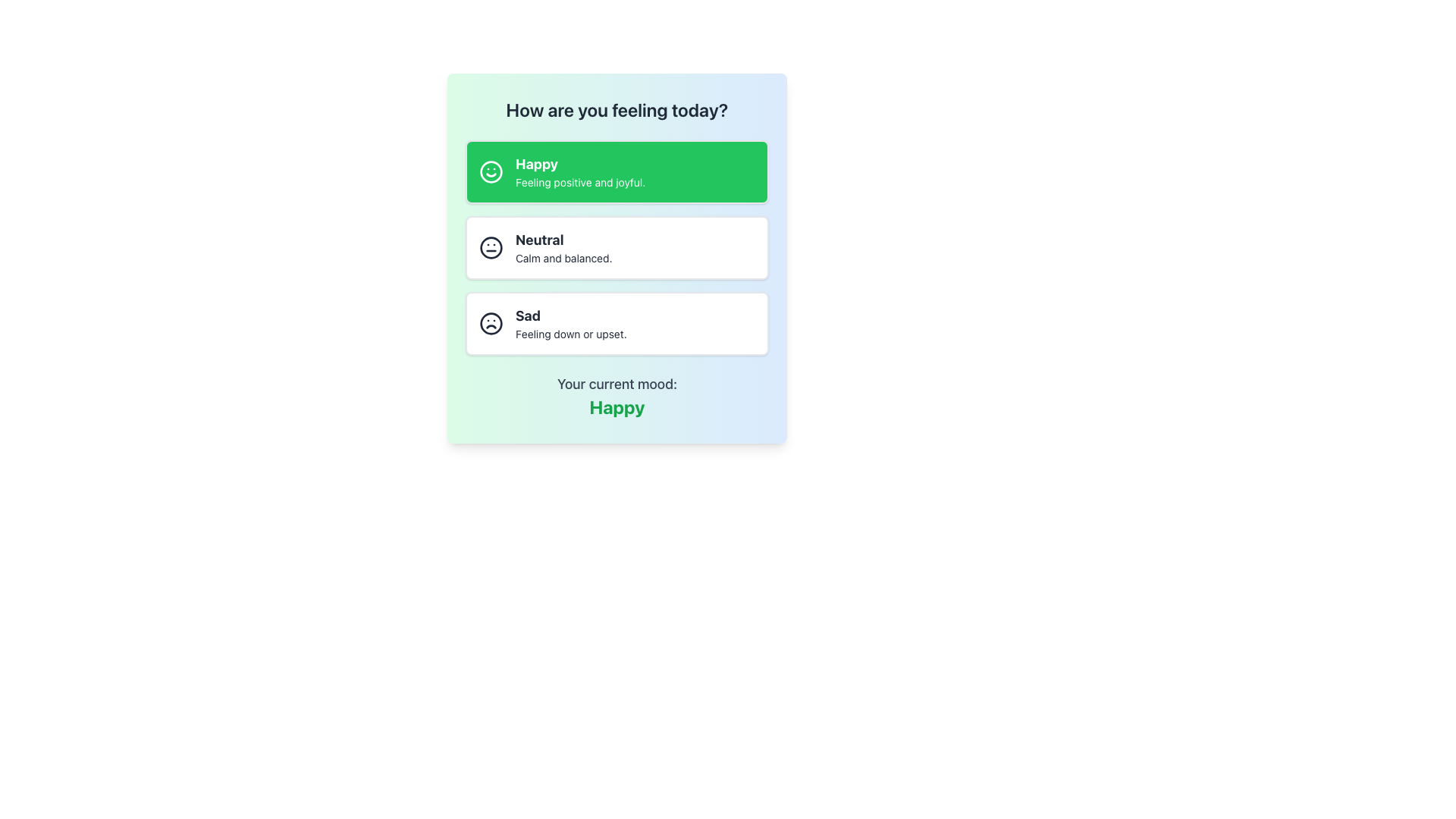 Image resolution: width=1456 pixels, height=819 pixels. I want to click on the 'Neutral' mood selection card, which is positioned between the 'Happy' and 'Sad' mood cards in the vertical list, so click(617, 247).